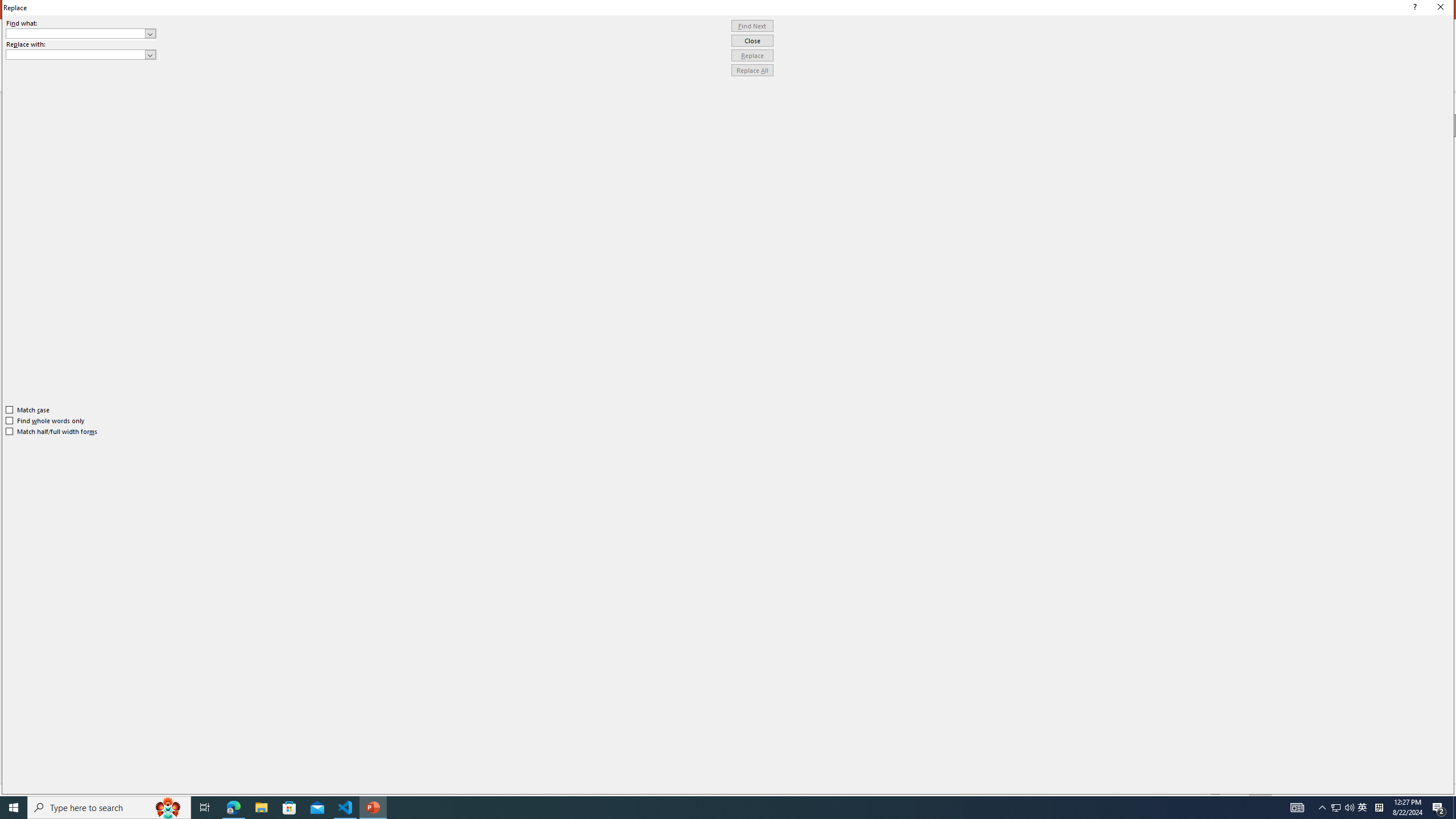 This screenshot has width=1456, height=819. I want to click on 'Replace All', so click(752, 69).